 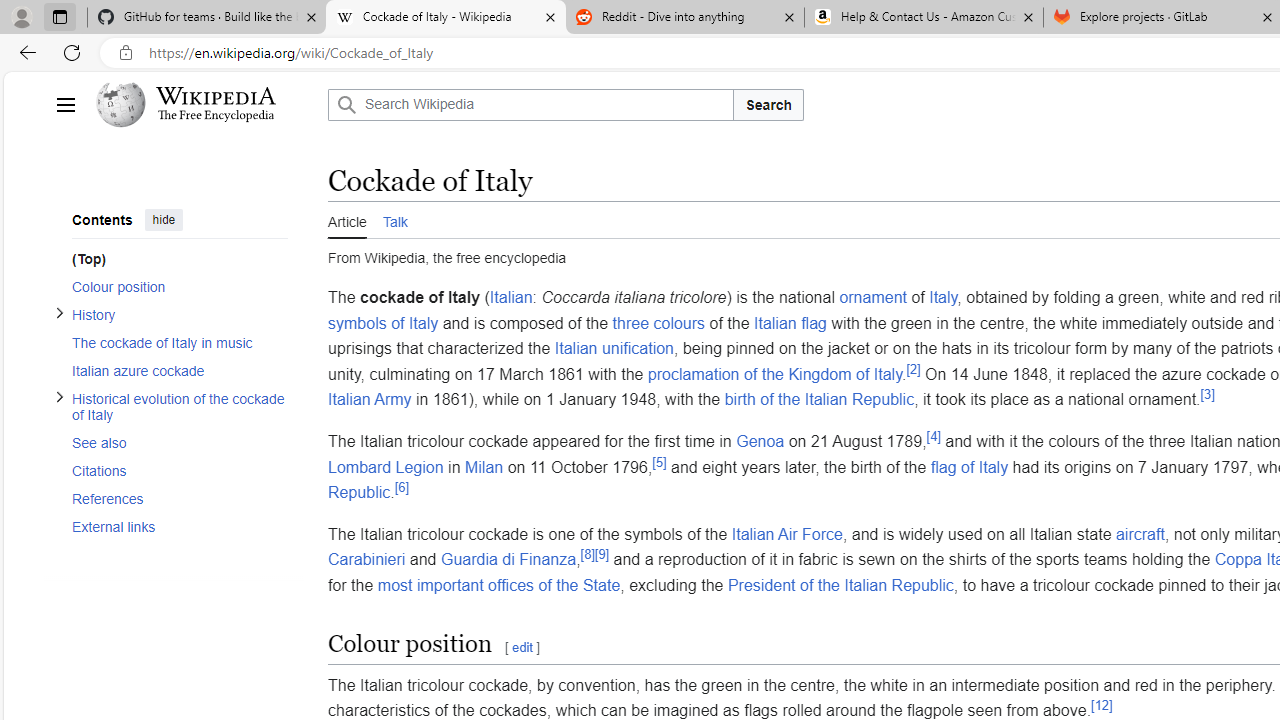 What do you see at coordinates (385, 466) in the screenshot?
I see `'Lombard Legion'` at bounding box center [385, 466].